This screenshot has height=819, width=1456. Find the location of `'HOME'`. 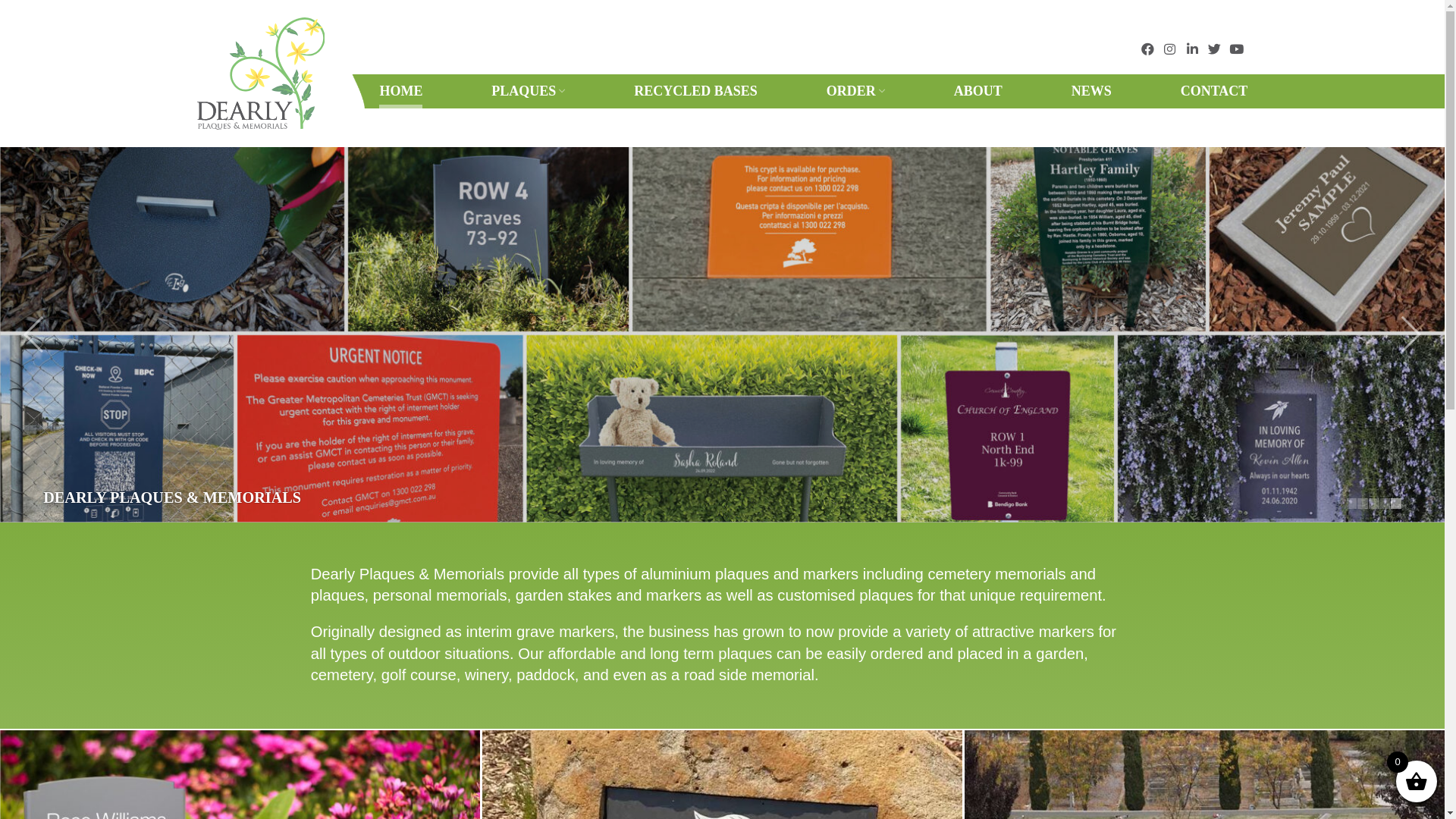

'HOME' is located at coordinates (378, 91).